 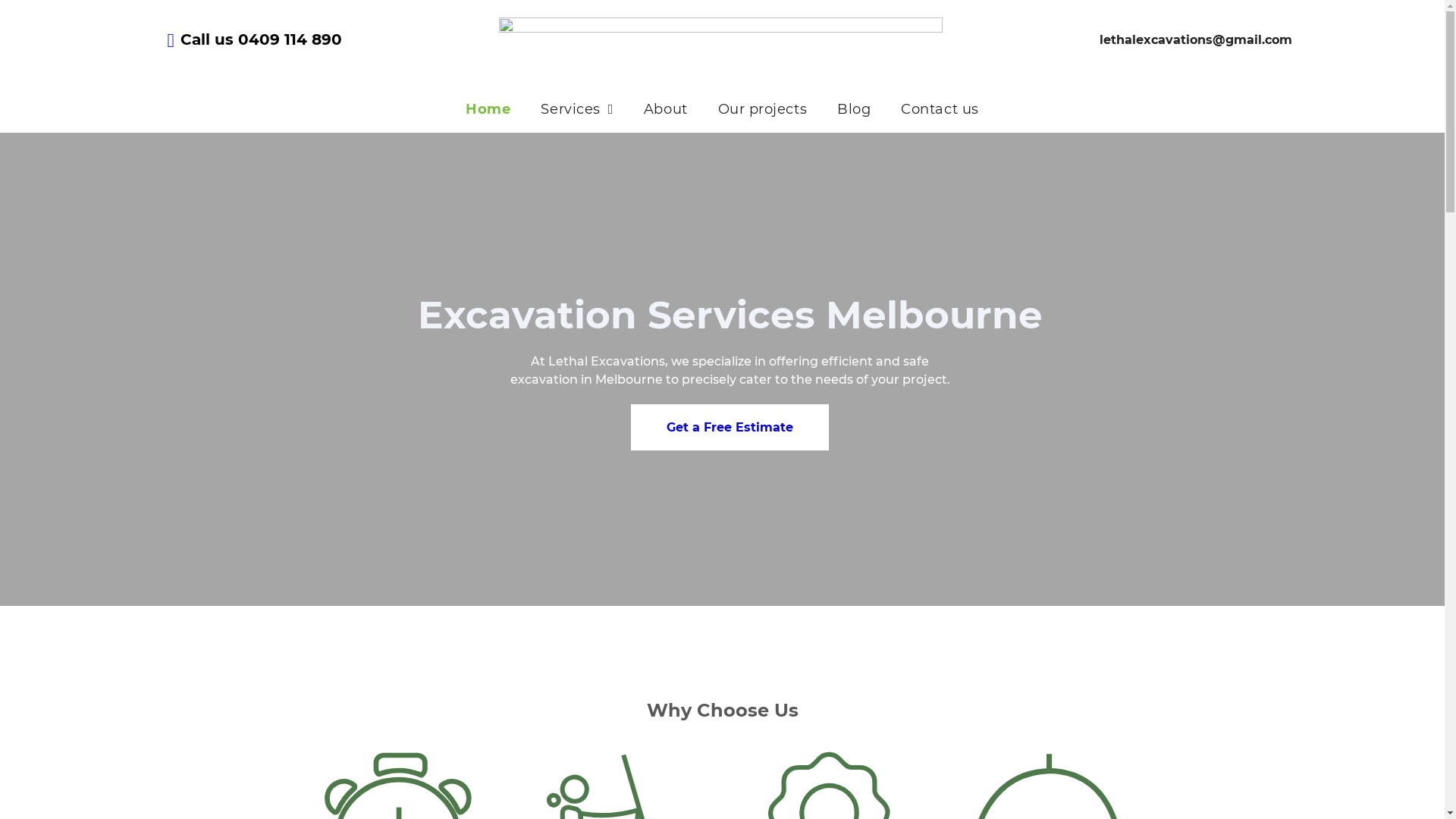 I want to click on 'Services', so click(x=525, y=108).